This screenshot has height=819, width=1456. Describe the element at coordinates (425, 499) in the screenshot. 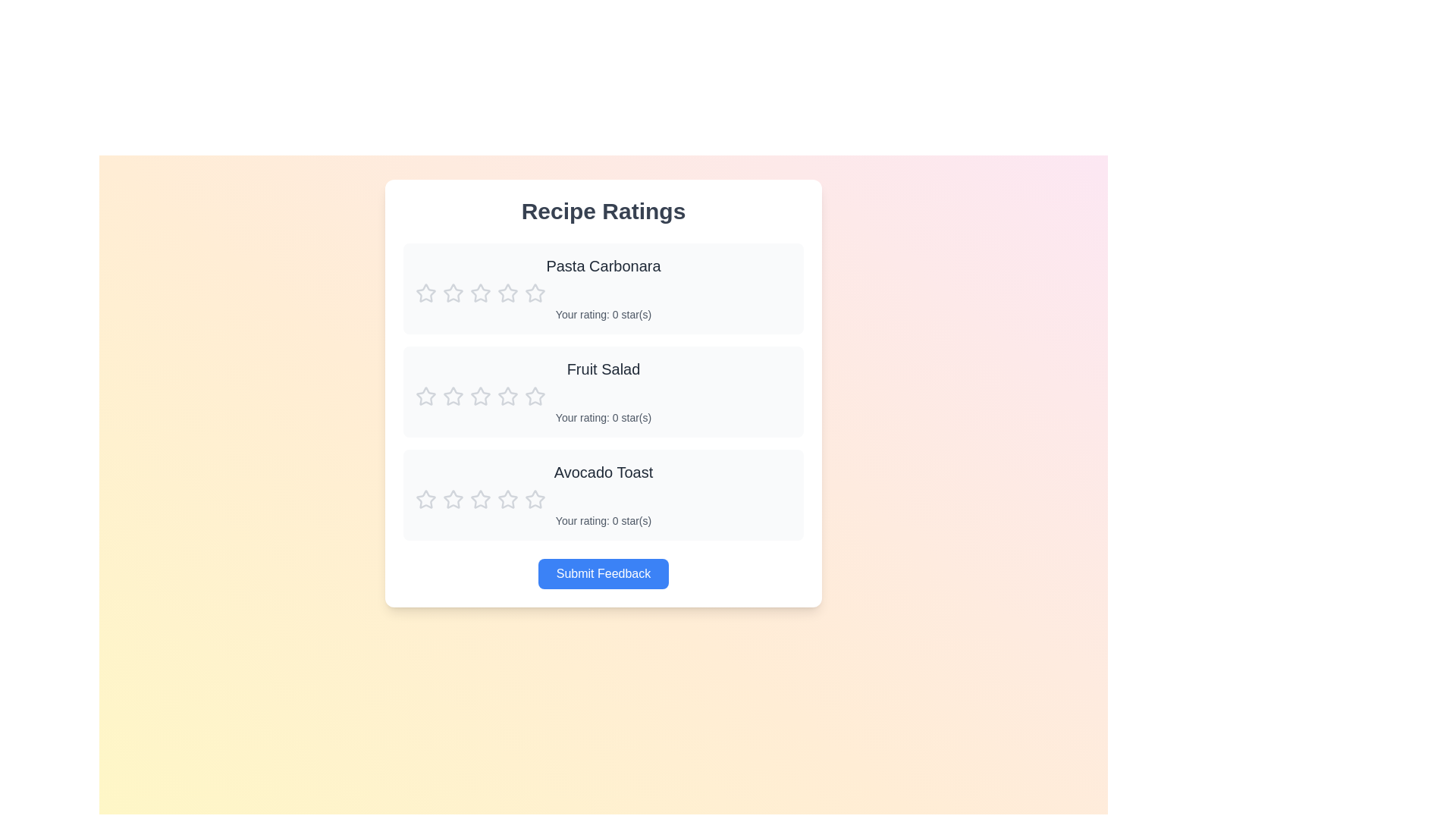

I see `the first gray star icon in the rating section of 'Avocado Toast' to set a rating of 1 star` at that location.